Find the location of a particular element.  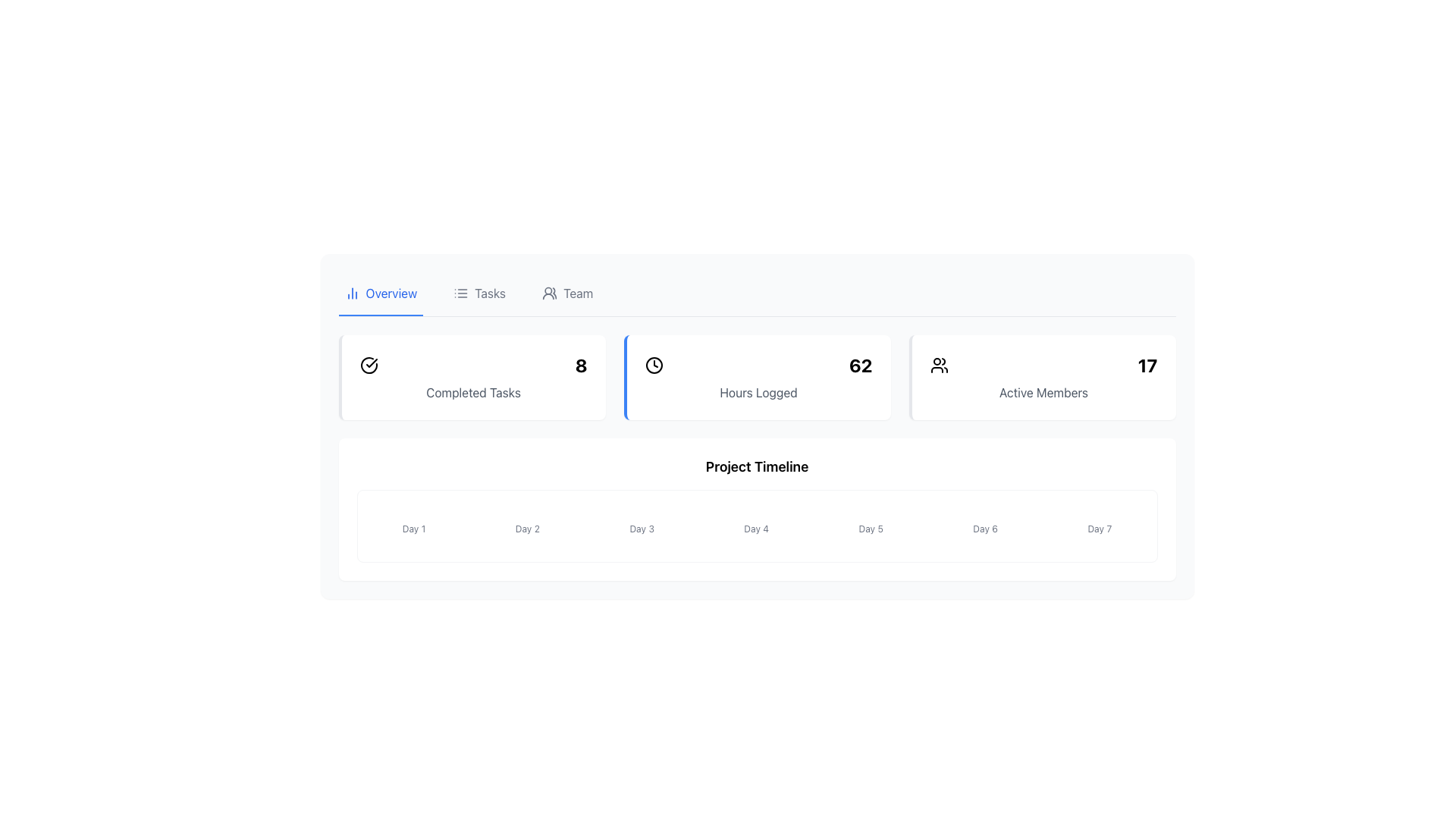

the text label displaying 'Day 3', which is styled in light gray and located beneath a vertical line marker in the Project Timeline section is located at coordinates (642, 529).